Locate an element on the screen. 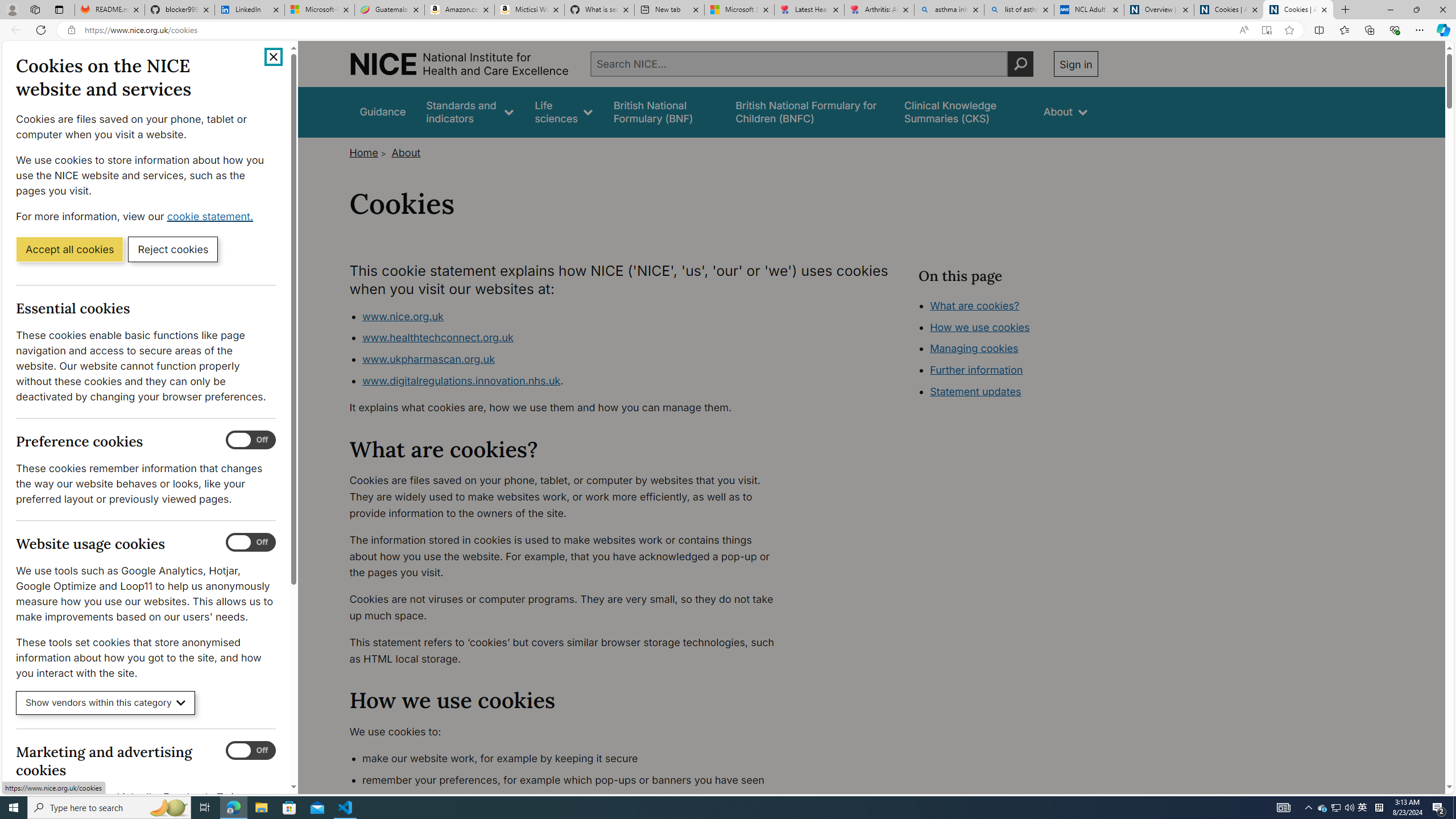 Image resolution: width=1456 pixels, height=819 pixels. 'www.digitalregulations.innovation.nhs.uk' is located at coordinates (461, 379).